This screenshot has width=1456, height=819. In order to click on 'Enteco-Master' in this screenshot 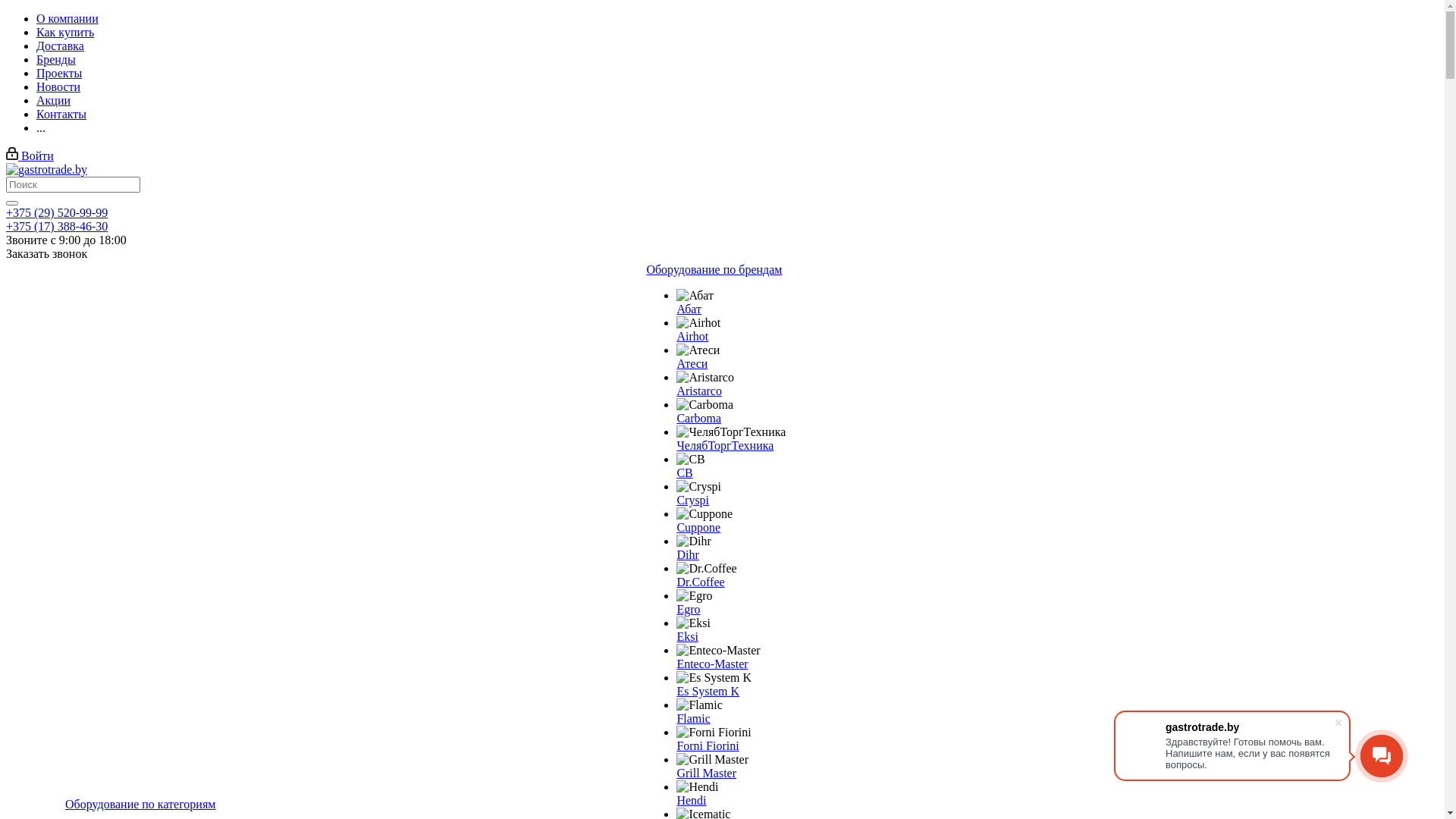, I will do `click(676, 649)`.